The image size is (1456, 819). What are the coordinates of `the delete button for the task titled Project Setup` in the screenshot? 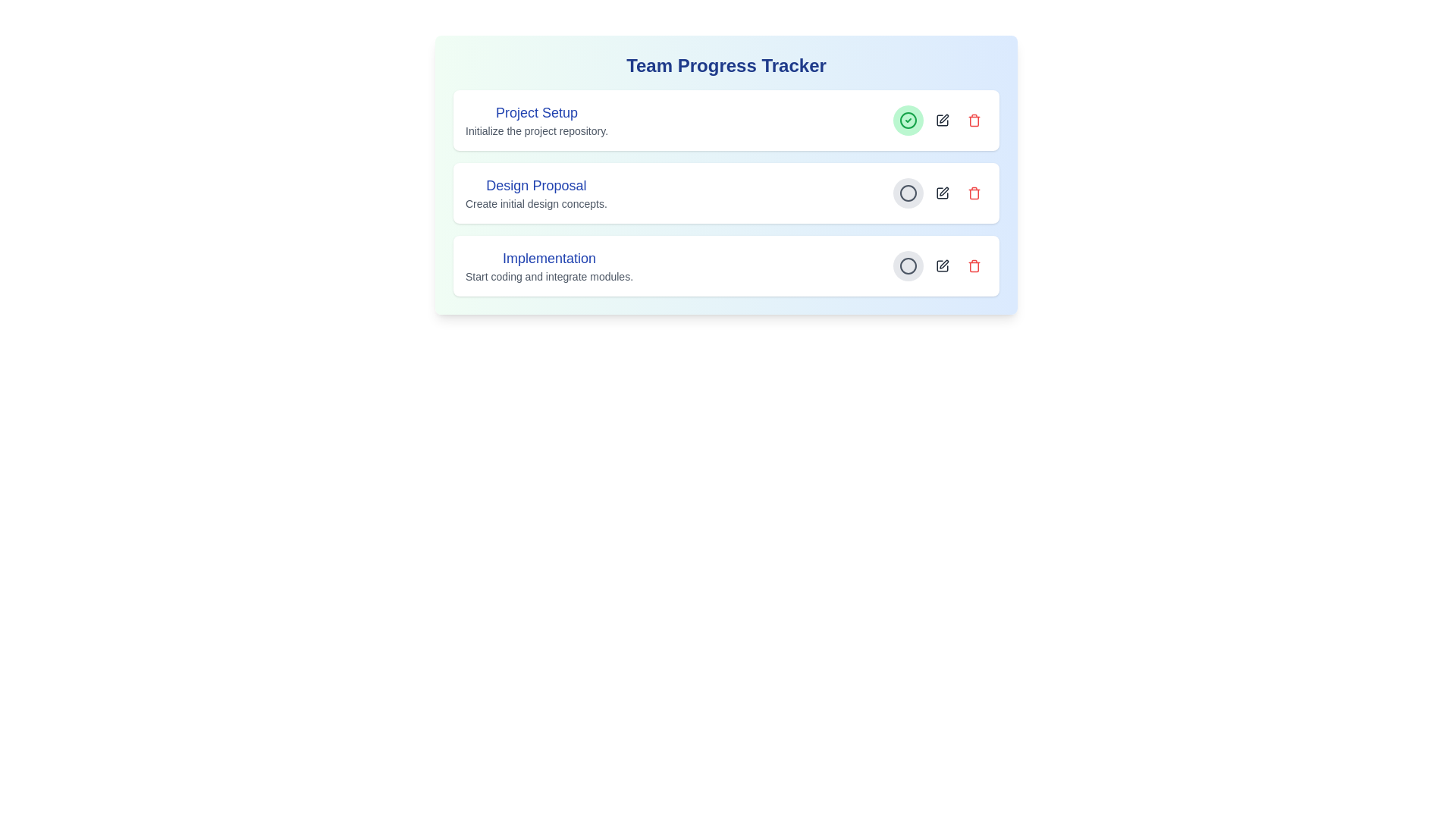 It's located at (974, 119).